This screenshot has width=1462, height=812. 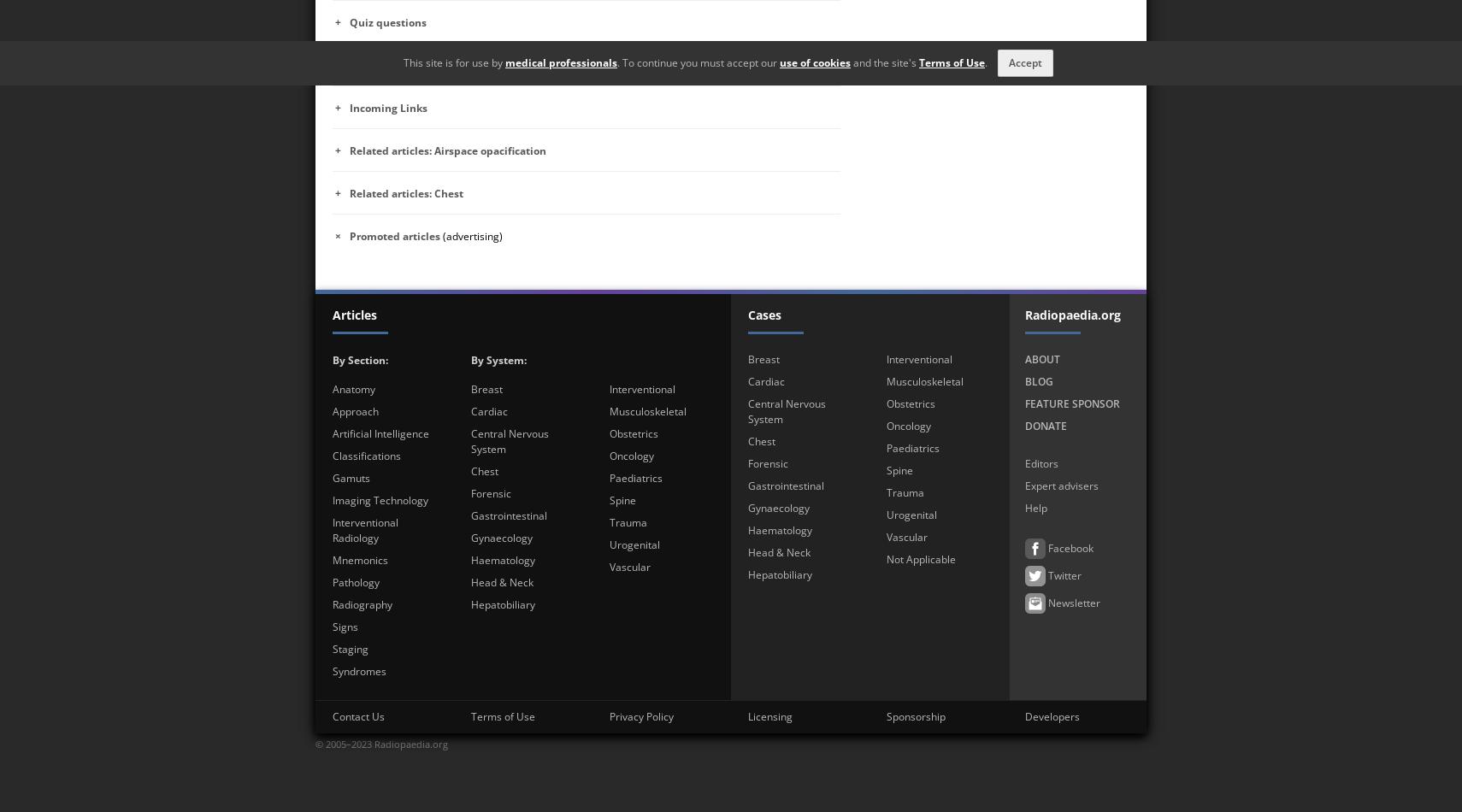 What do you see at coordinates (350, 647) in the screenshot?
I see `'Staging'` at bounding box center [350, 647].